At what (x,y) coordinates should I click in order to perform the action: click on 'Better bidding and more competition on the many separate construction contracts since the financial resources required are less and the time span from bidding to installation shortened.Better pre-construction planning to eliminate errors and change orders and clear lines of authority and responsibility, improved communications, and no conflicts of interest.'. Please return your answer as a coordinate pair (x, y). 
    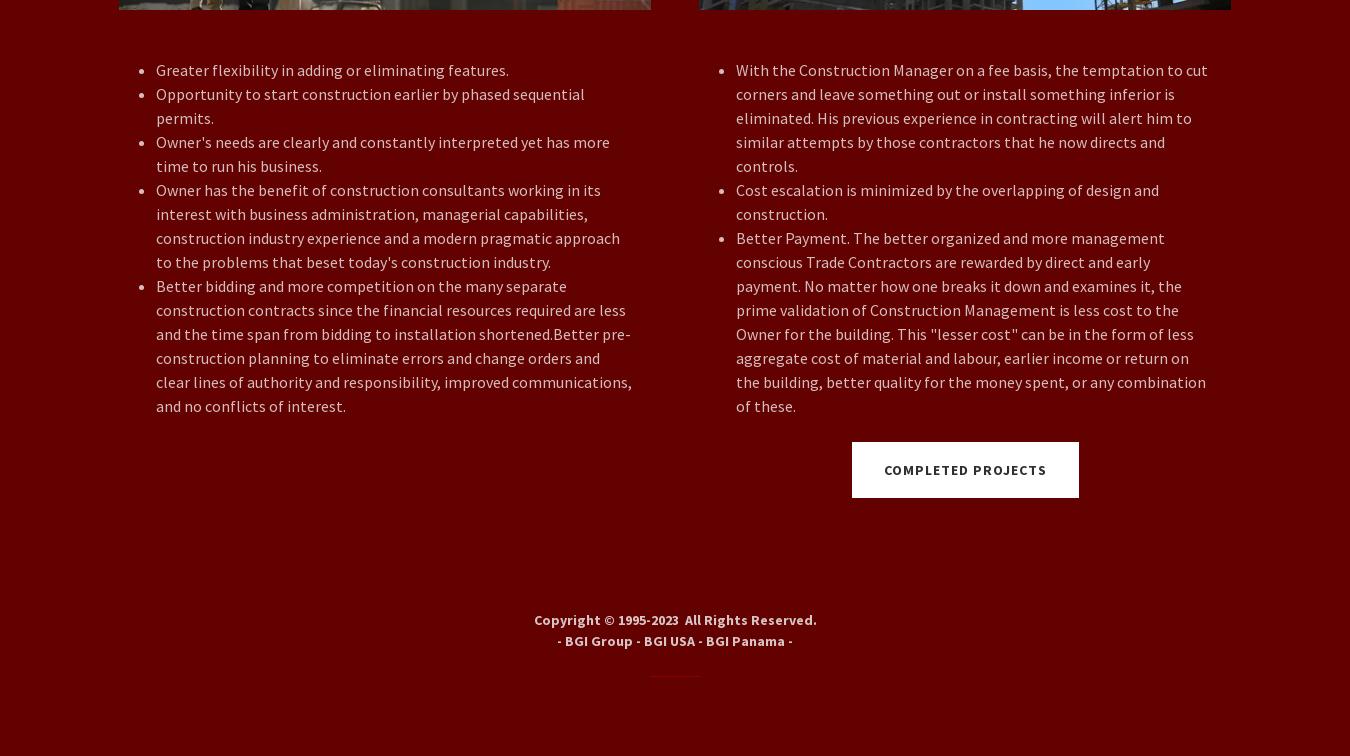
    Looking at the image, I should click on (392, 346).